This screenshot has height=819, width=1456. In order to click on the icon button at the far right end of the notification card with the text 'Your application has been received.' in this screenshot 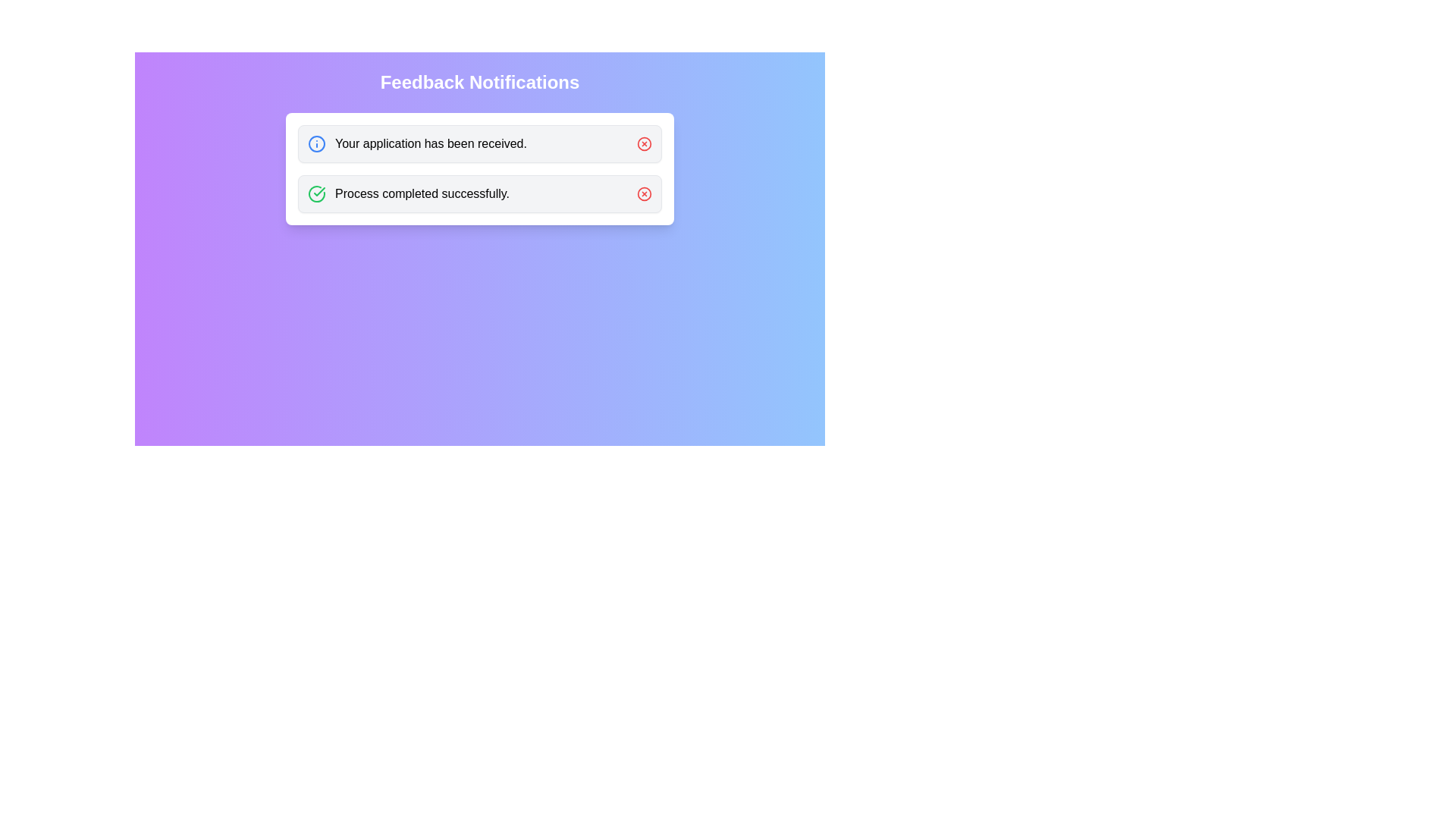, I will do `click(644, 143)`.